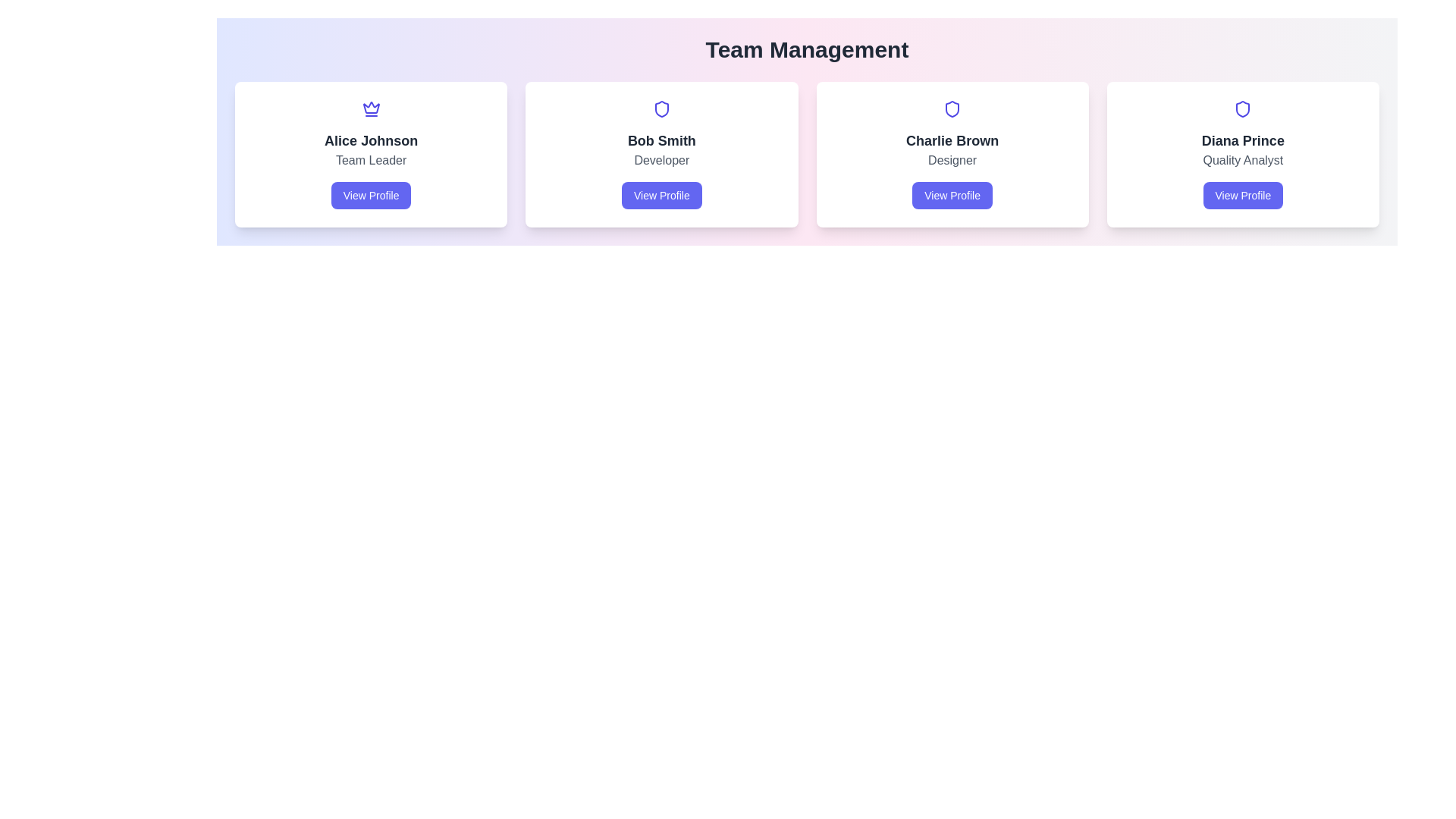 This screenshot has width=1456, height=819. I want to click on the fourth card in the grid layout that provides information about Diana Prince, so click(1243, 155).